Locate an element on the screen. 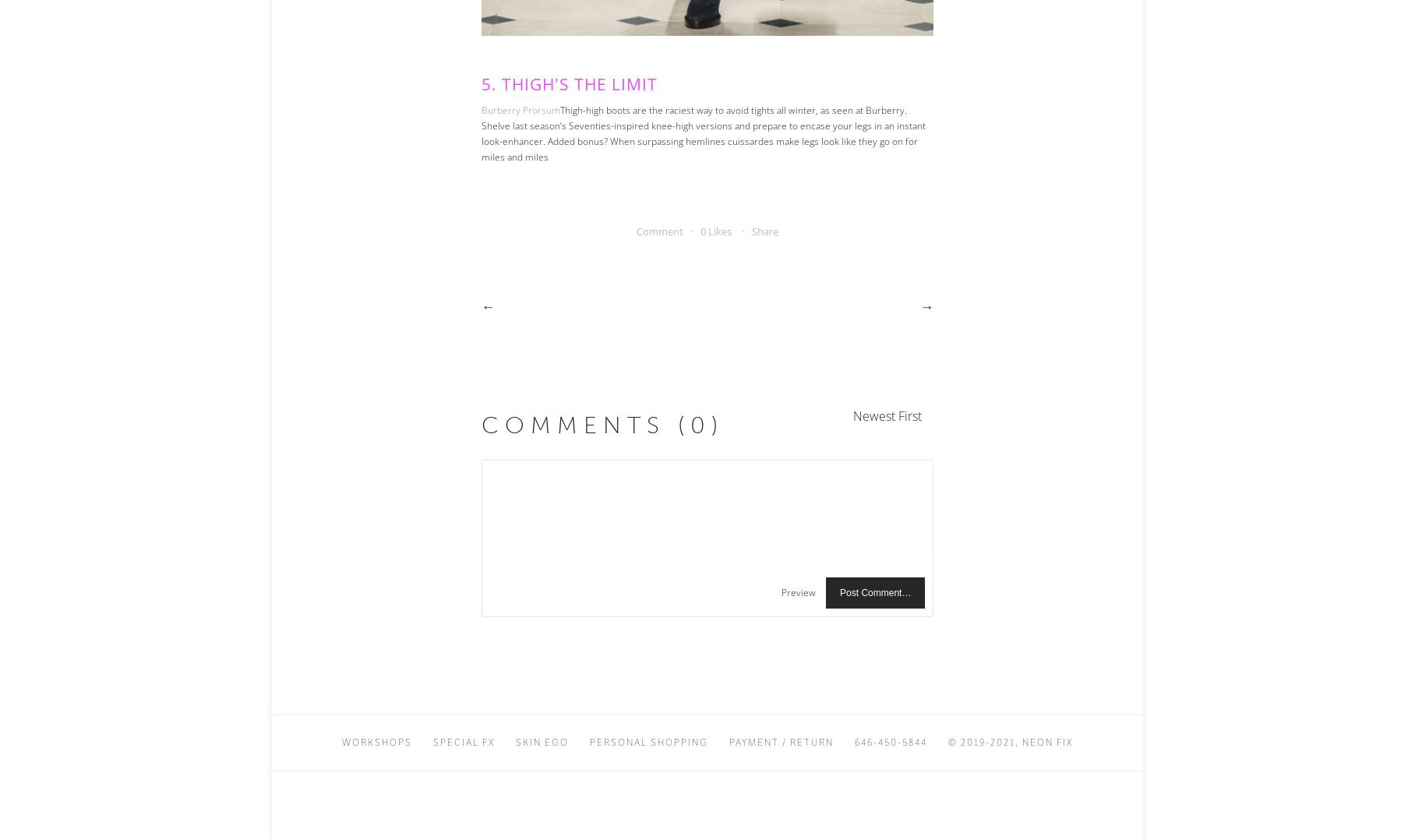 The height and width of the screenshot is (840, 1415). 'Thigh-high boots are the raciest way to avoid tights all winter, as seen at Burberry. Shelve last season’s Seventies-inspired knee-high versions and prepare to encase your legs in an instant look-enhancer. Added bonus? When surpassing hemlines cuissardes make legs look like they go on for miles and miles' is located at coordinates (702, 132).